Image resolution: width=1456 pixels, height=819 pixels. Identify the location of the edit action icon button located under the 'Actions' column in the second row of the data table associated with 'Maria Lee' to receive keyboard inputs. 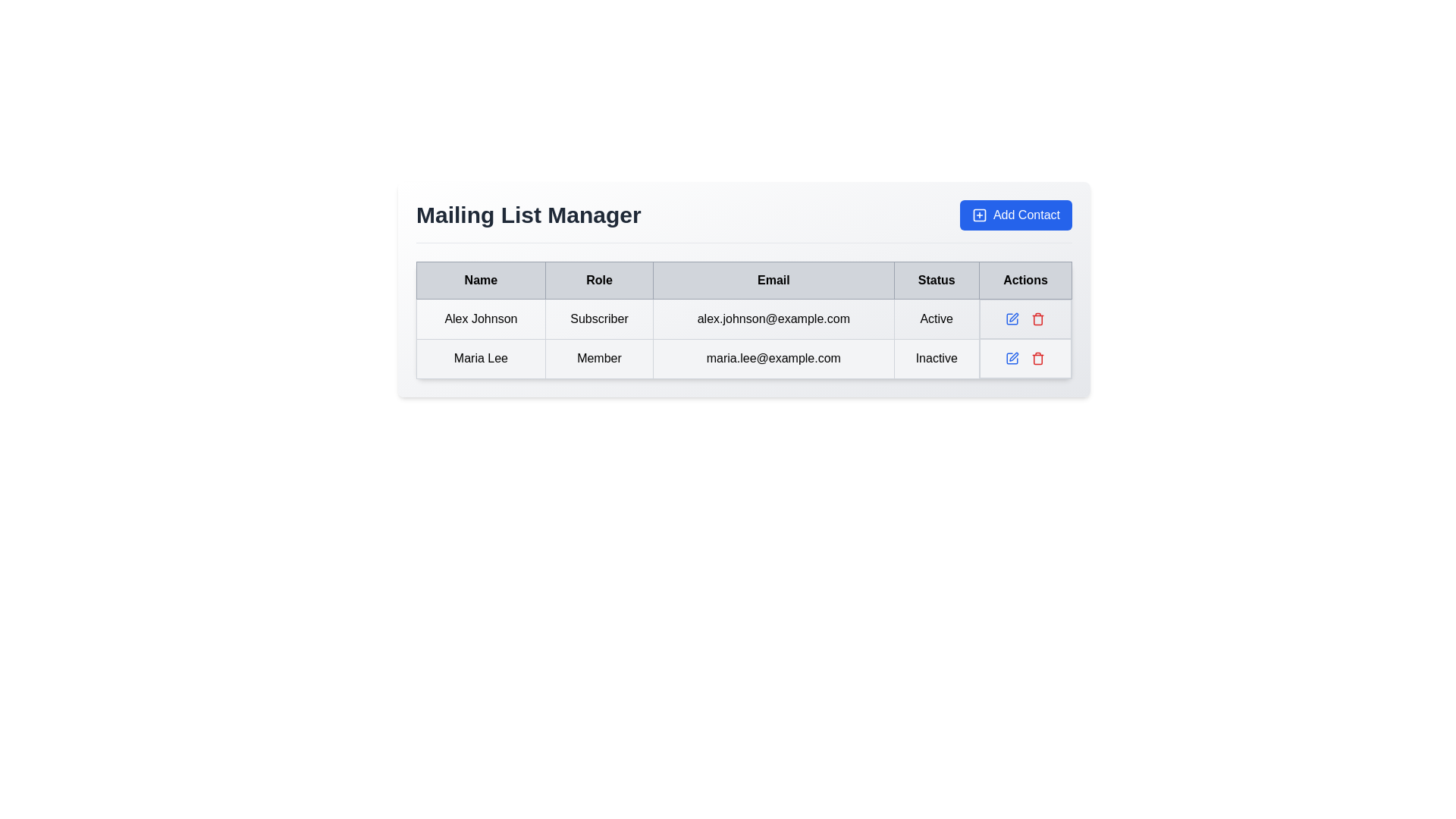
(1012, 359).